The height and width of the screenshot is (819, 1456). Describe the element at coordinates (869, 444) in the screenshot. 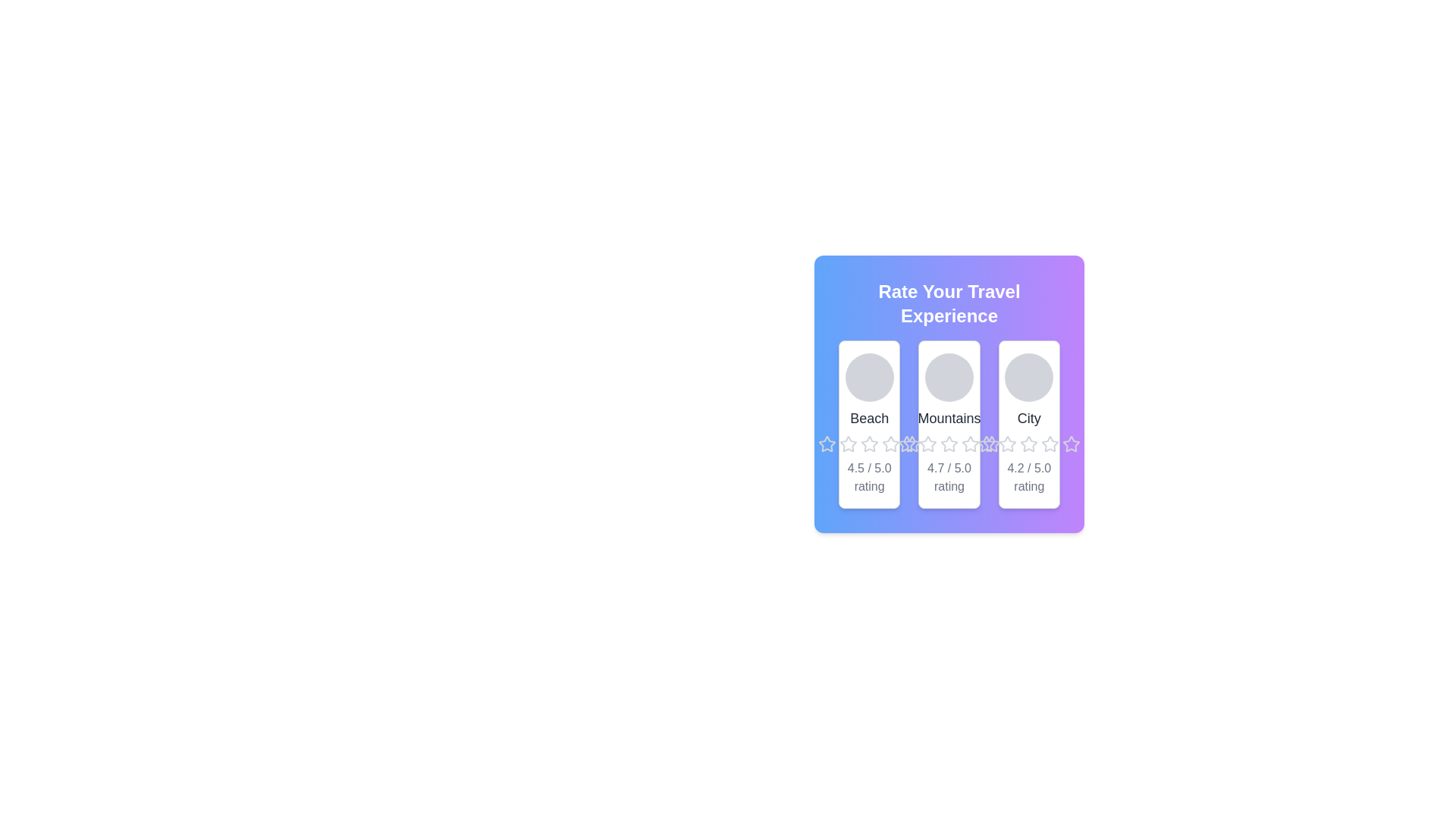

I see `the third star in the rating control on the 'Beach' card to indicate a rating of three out of five` at that location.